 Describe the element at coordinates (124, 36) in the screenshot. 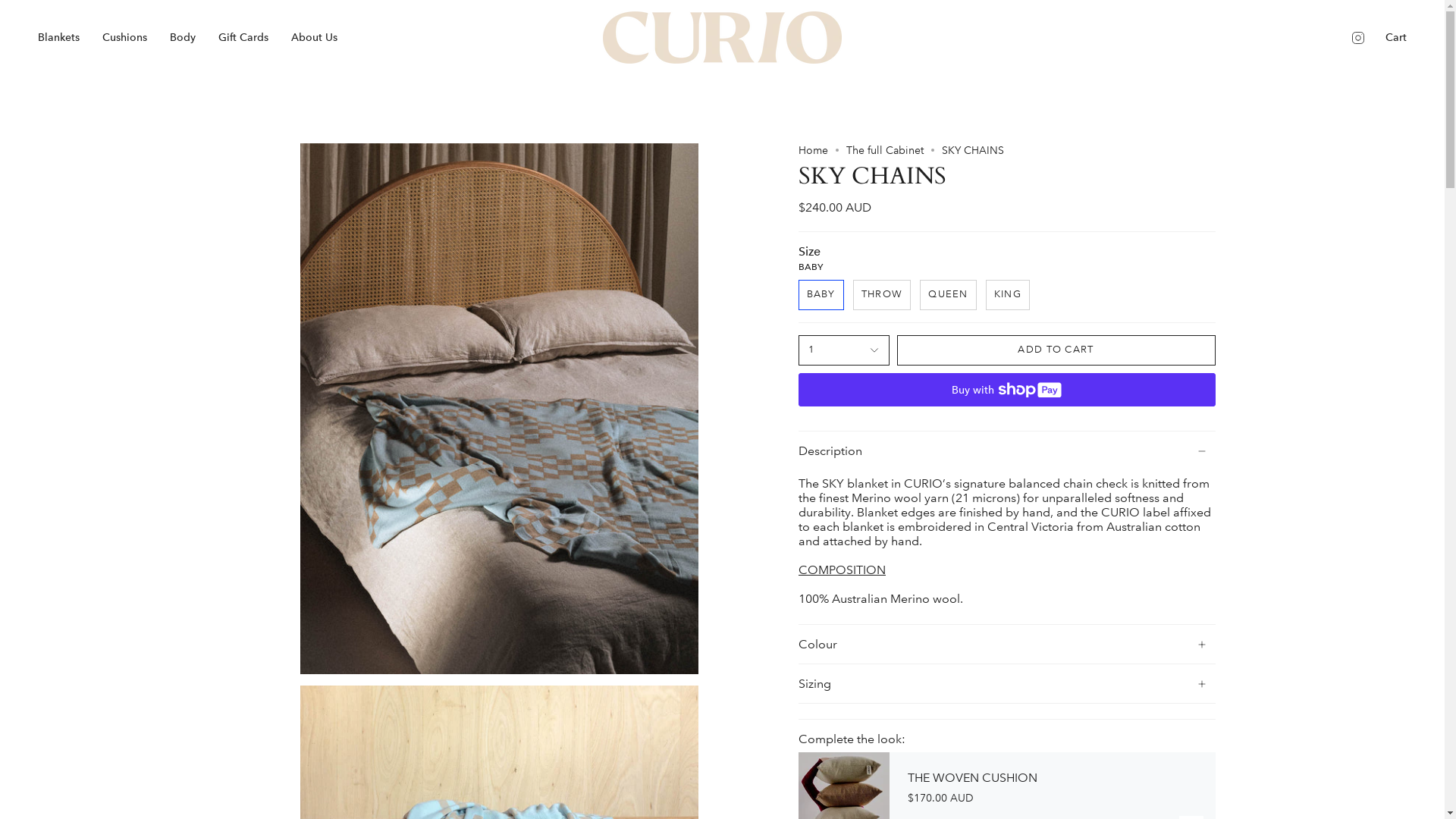

I see `'Cushions'` at that location.